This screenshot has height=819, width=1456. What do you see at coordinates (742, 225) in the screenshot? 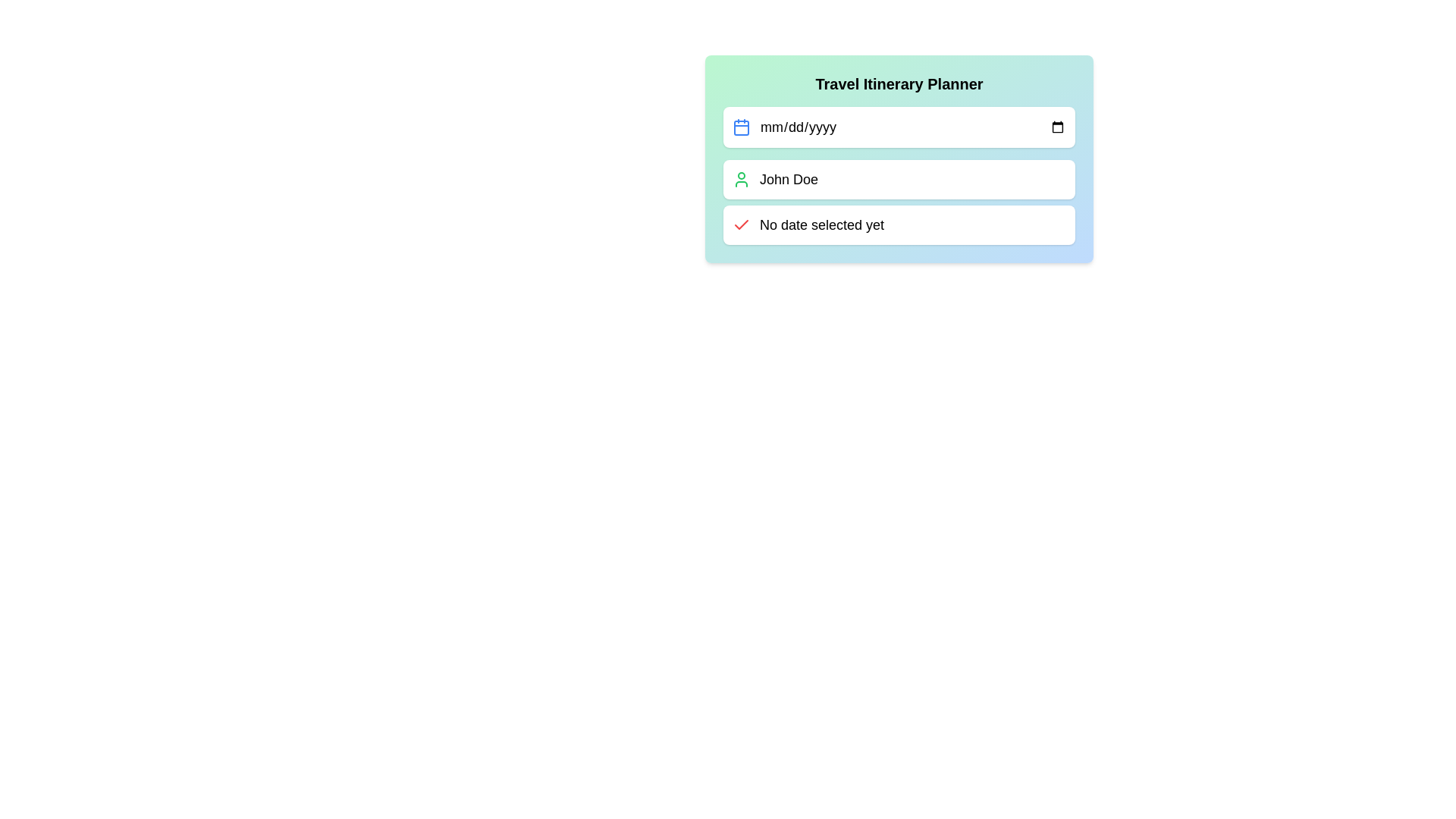
I see `the check icon indicating the status of 'No date selected yet', which is located on the leftmost side of the section` at bounding box center [742, 225].